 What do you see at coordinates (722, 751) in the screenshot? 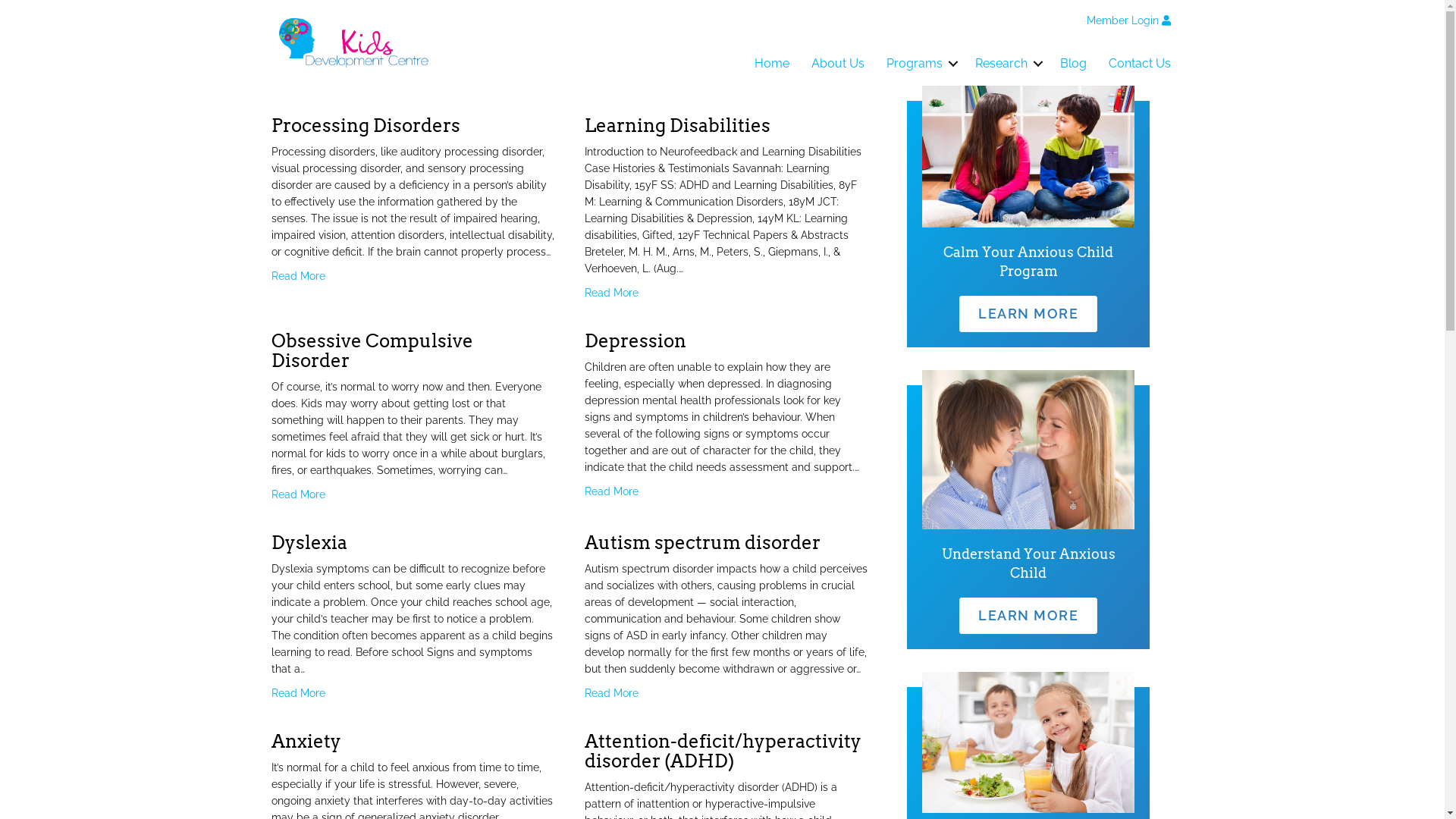
I see `'Attention-deficit/hyperactivity disorder (ADHD)'` at bounding box center [722, 751].